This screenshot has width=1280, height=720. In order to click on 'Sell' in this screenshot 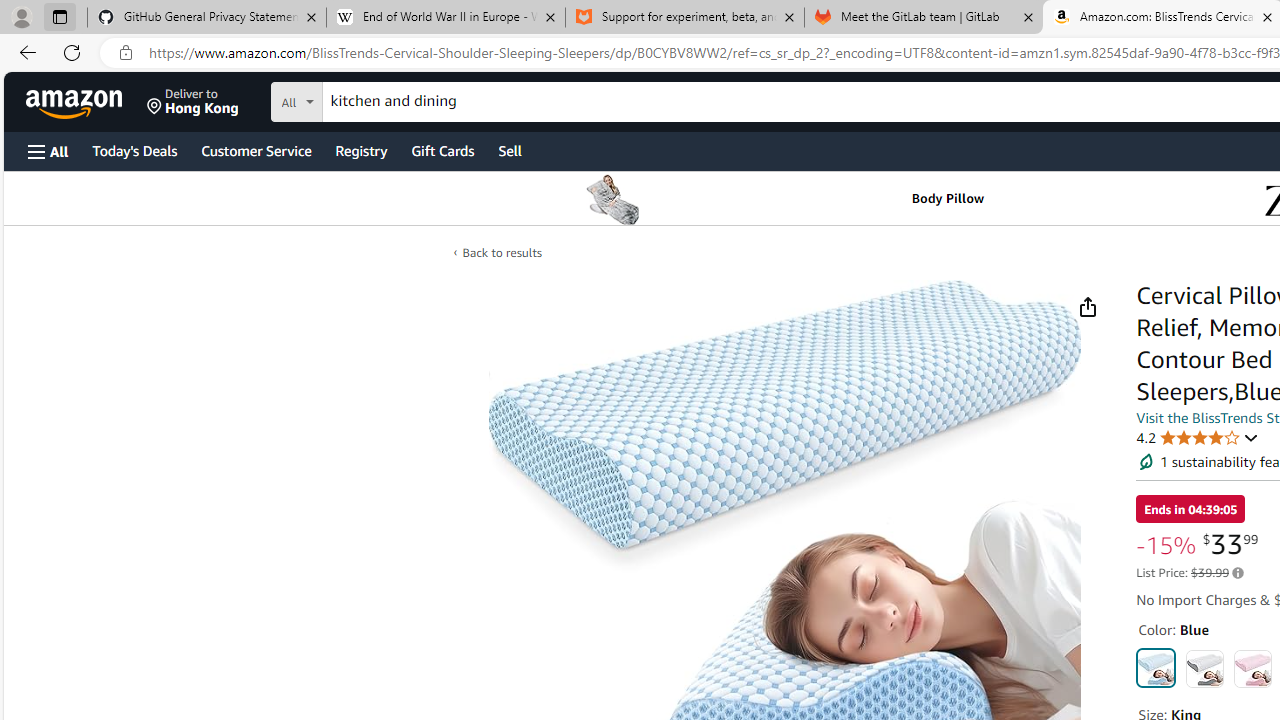, I will do `click(510, 149)`.